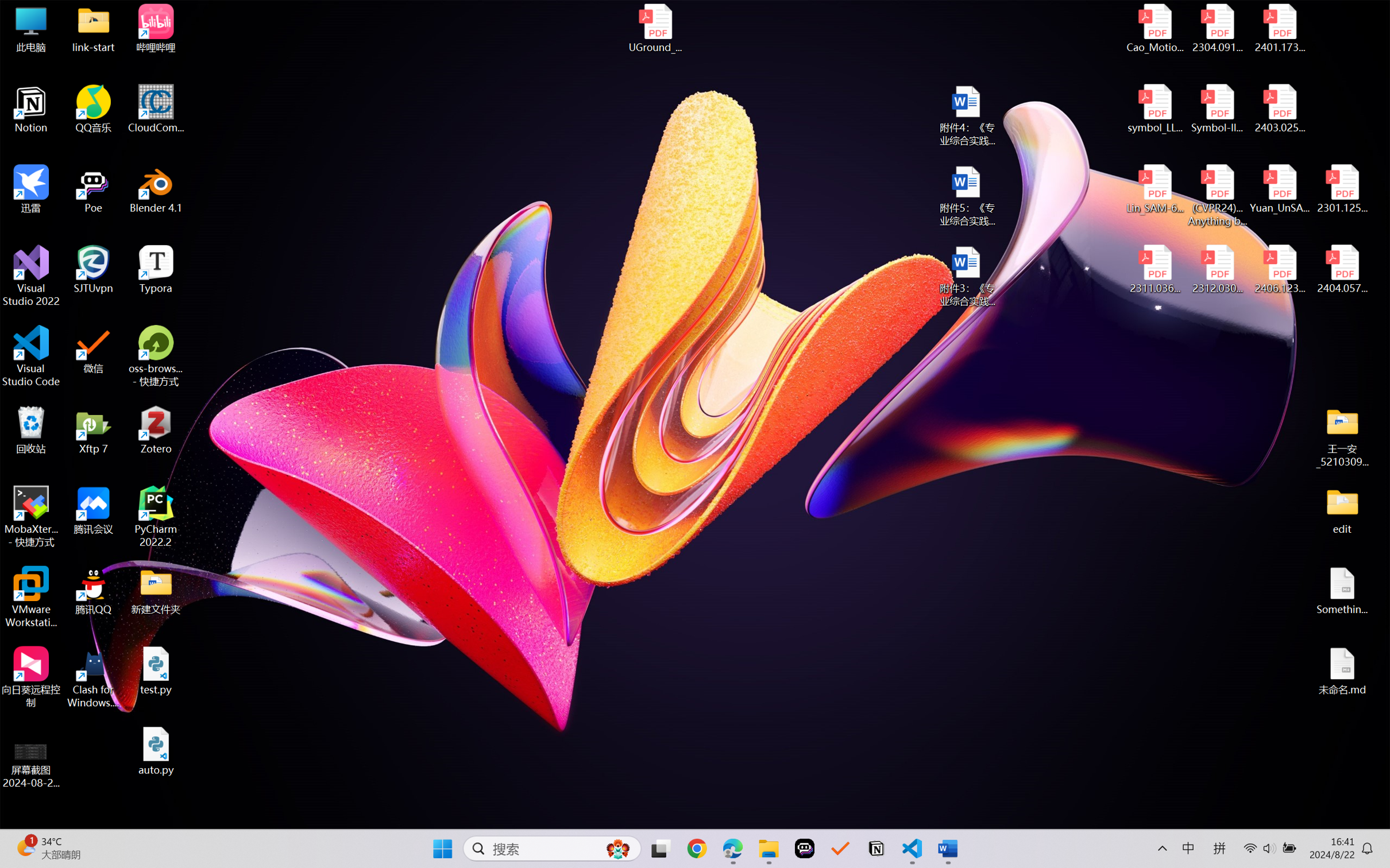 Image resolution: width=1390 pixels, height=868 pixels. Describe the element at coordinates (30, 355) in the screenshot. I see `'Visual Studio Code'` at that location.